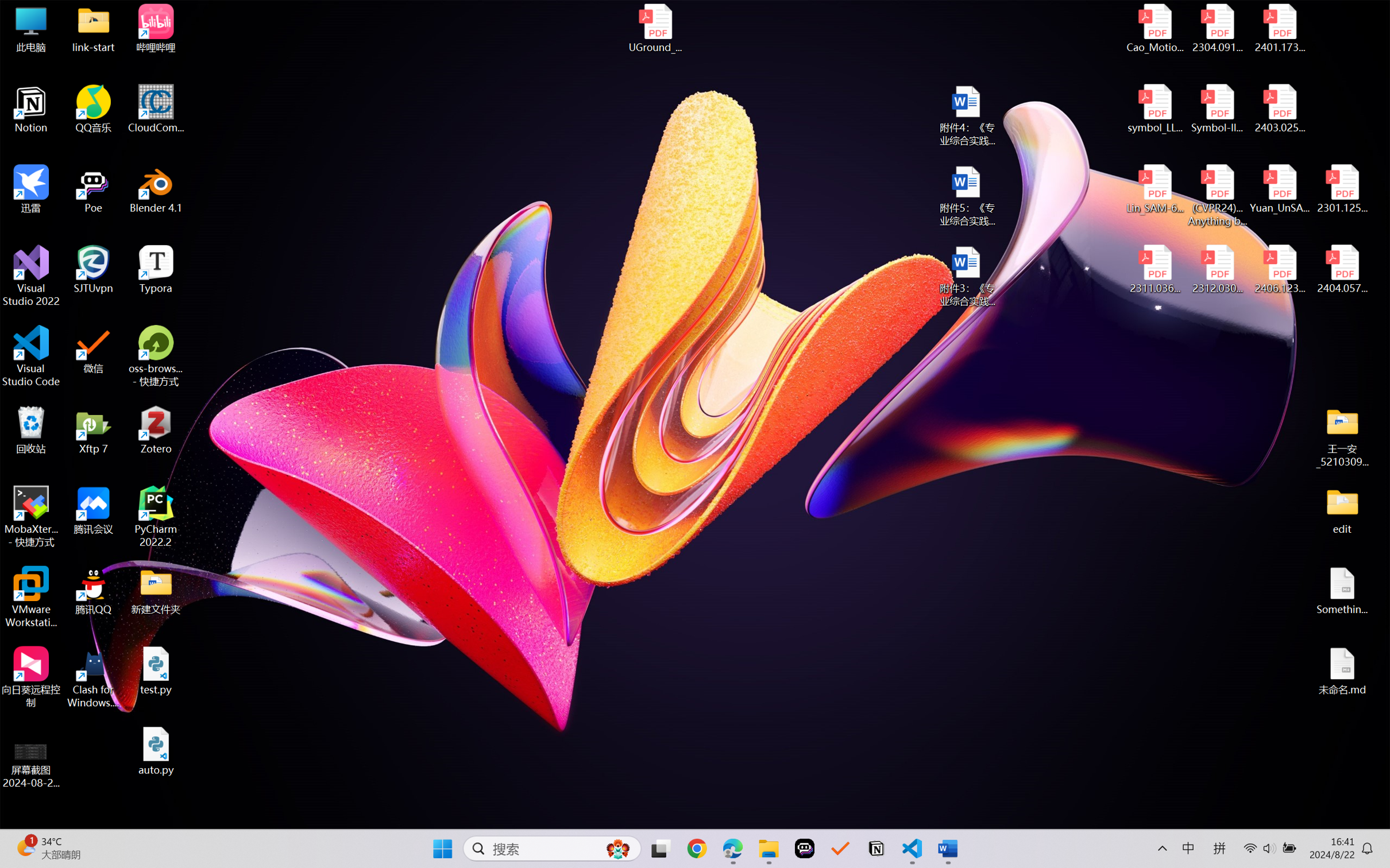 Image resolution: width=1390 pixels, height=868 pixels. Describe the element at coordinates (30, 355) in the screenshot. I see `'Visual Studio Code'` at that location.